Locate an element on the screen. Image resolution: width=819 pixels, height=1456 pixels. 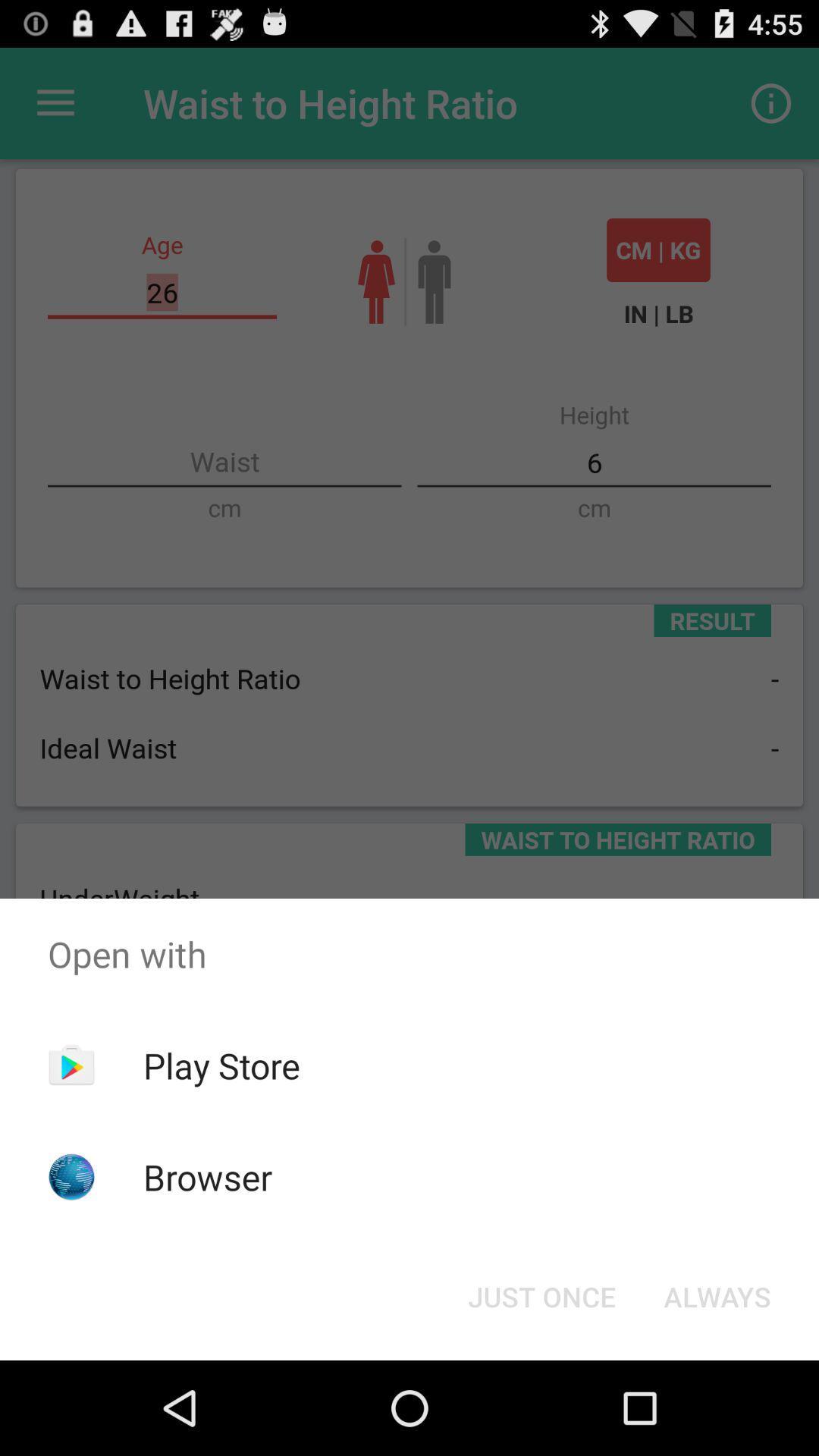
the app below open with item is located at coordinates (541, 1295).